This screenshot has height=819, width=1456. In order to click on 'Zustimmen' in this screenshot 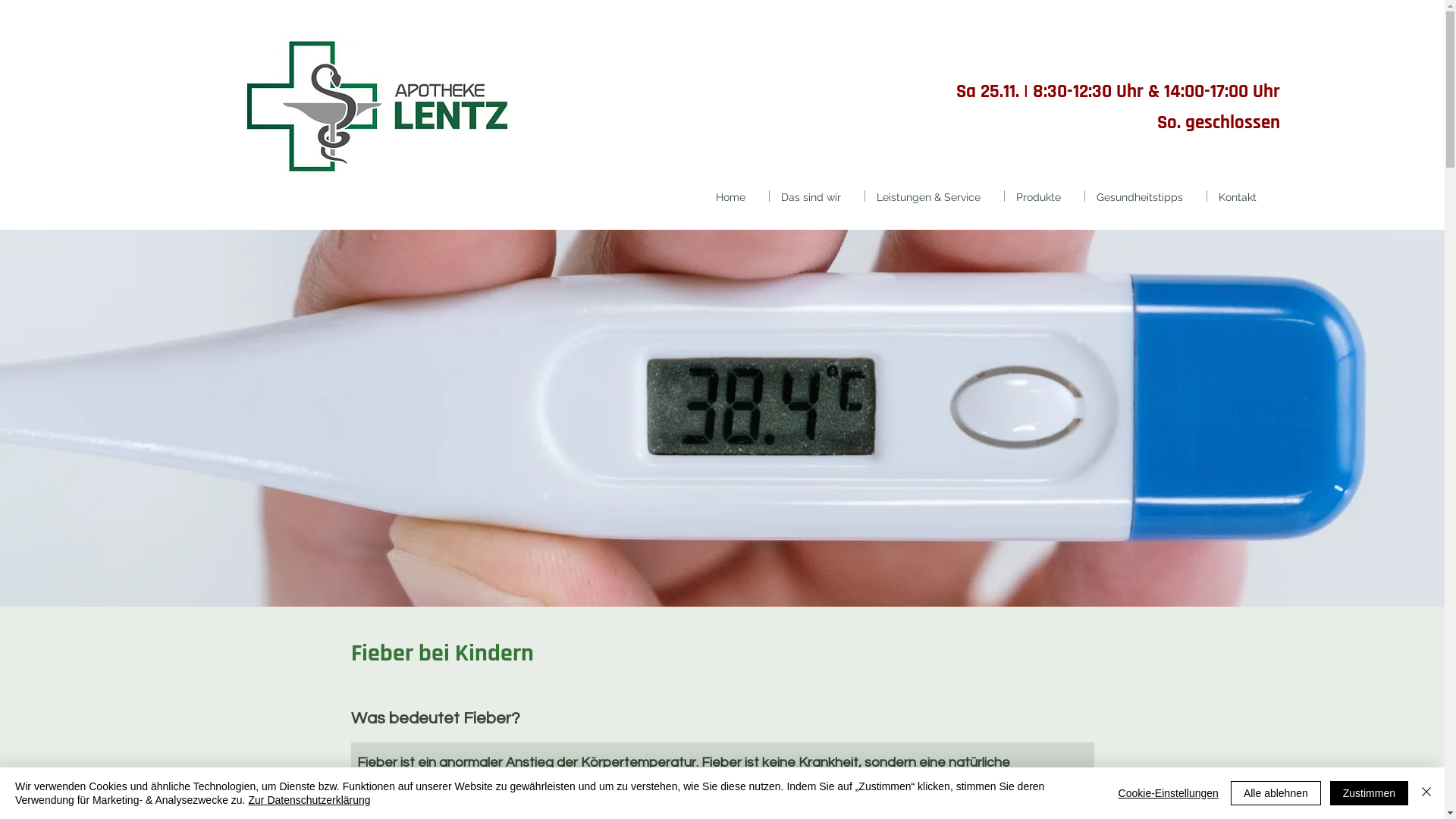, I will do `click(1369, 792)`.